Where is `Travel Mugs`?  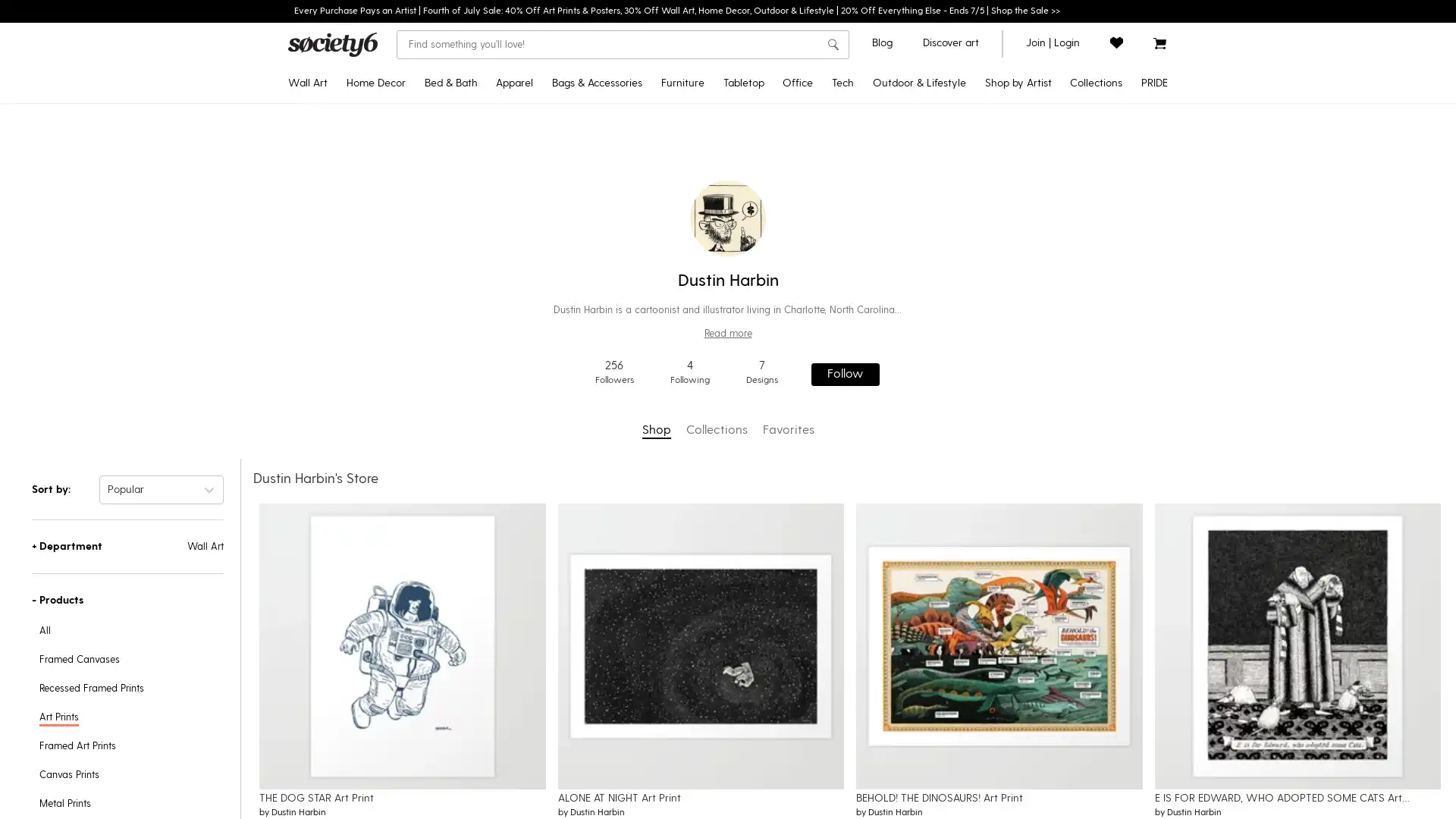 Travel Mugs is located at coordinates (771, 146).